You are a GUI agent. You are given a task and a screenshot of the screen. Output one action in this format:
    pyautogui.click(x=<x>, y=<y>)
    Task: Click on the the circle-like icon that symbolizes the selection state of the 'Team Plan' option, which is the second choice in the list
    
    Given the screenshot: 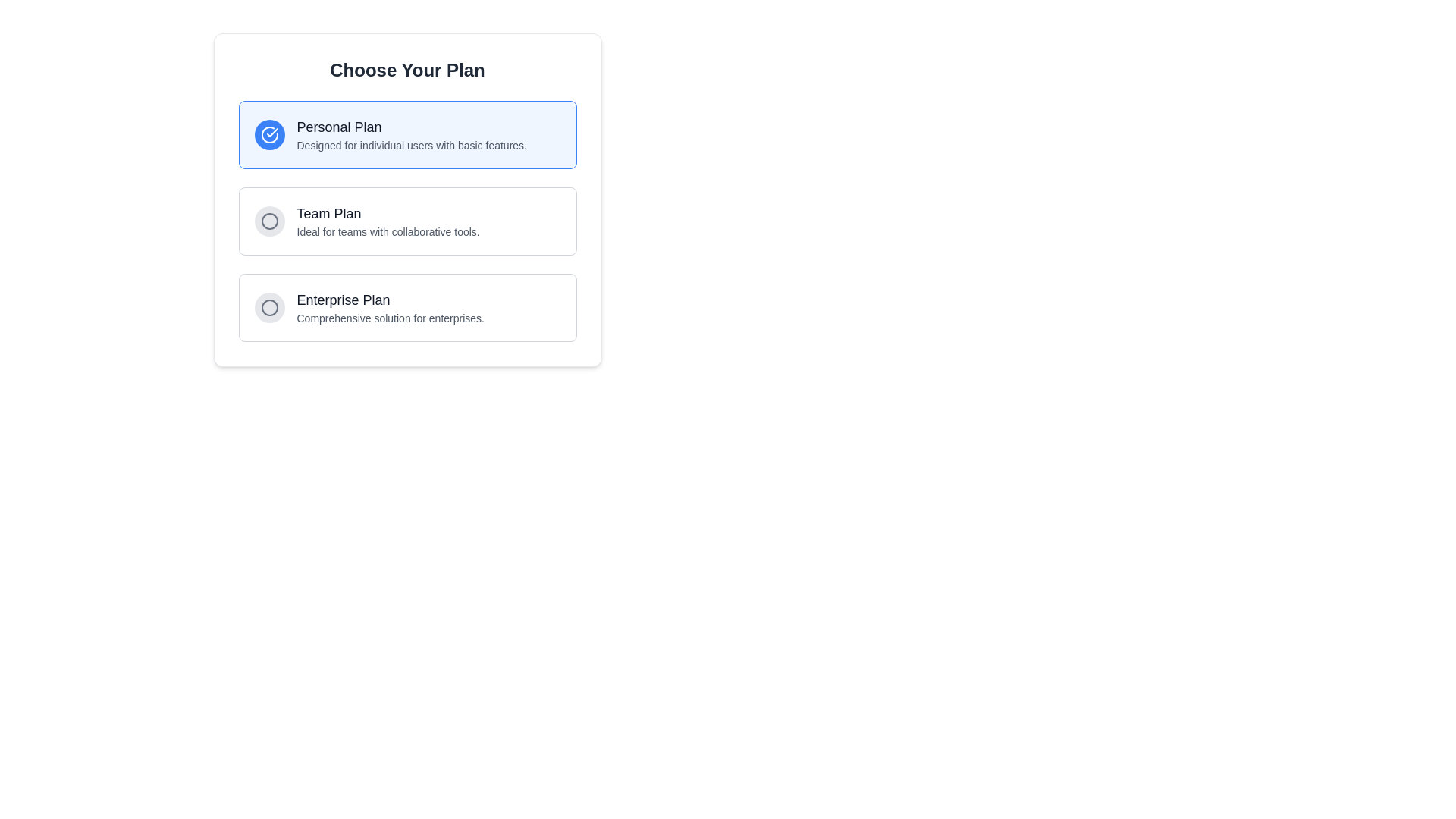 What is the action you would take?
    pyautogui.click(x=269, y=221)
    